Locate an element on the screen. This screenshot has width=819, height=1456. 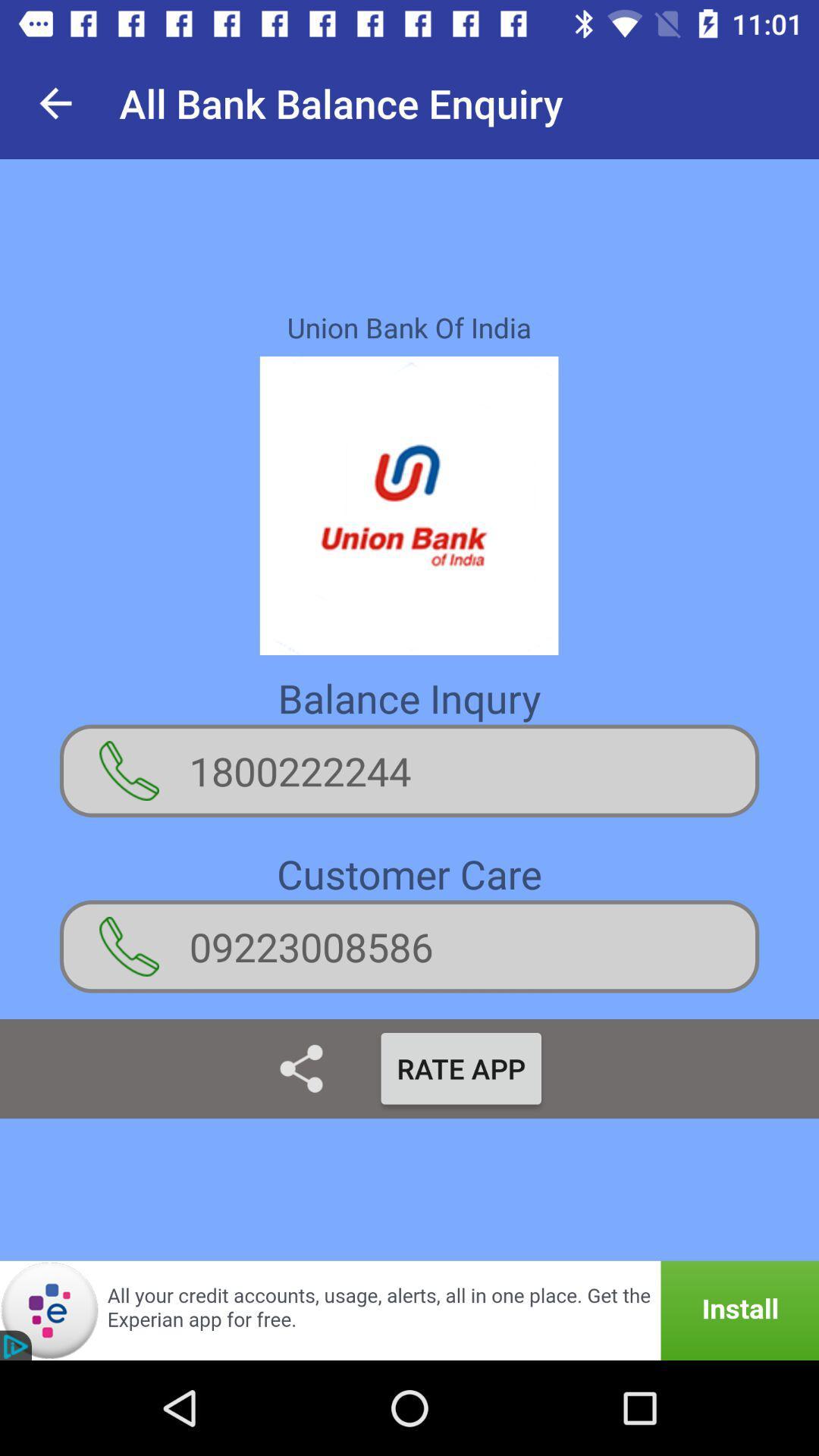
item next to the all bank balance item is located at coordinates (55, 102).